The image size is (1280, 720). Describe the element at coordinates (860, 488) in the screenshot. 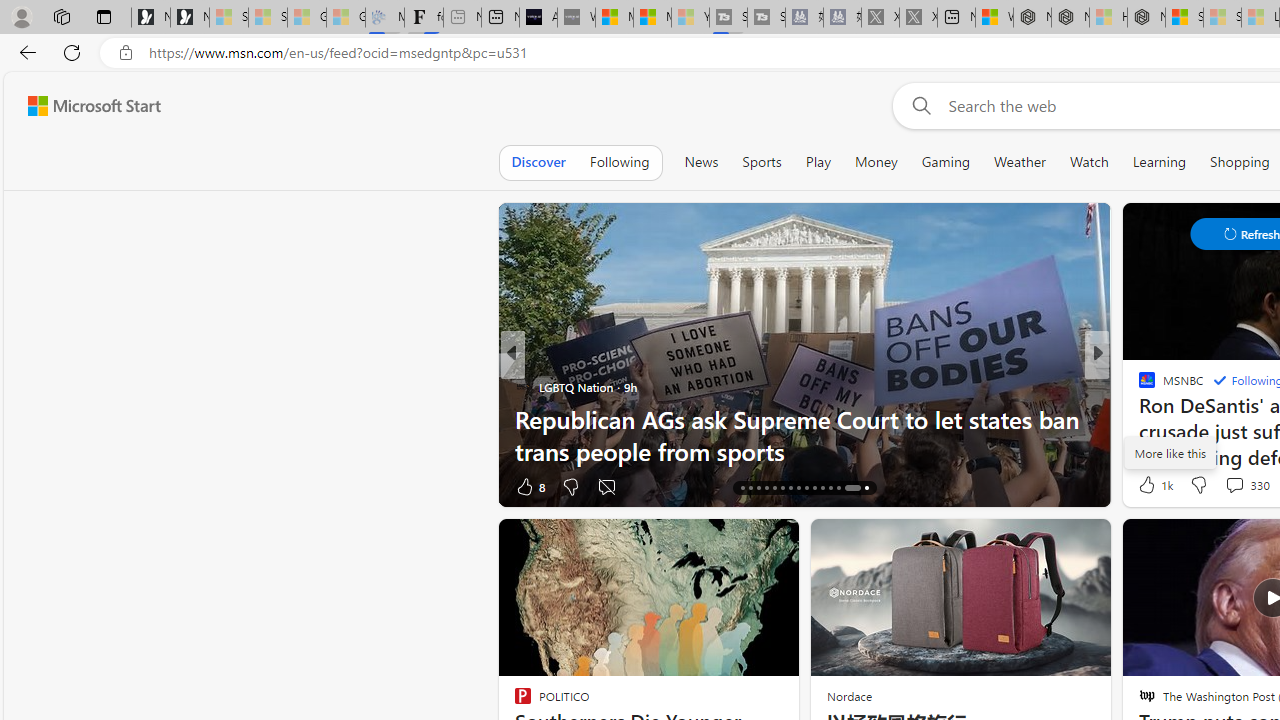

I see `'AutomationID: tab-30'` at that location.